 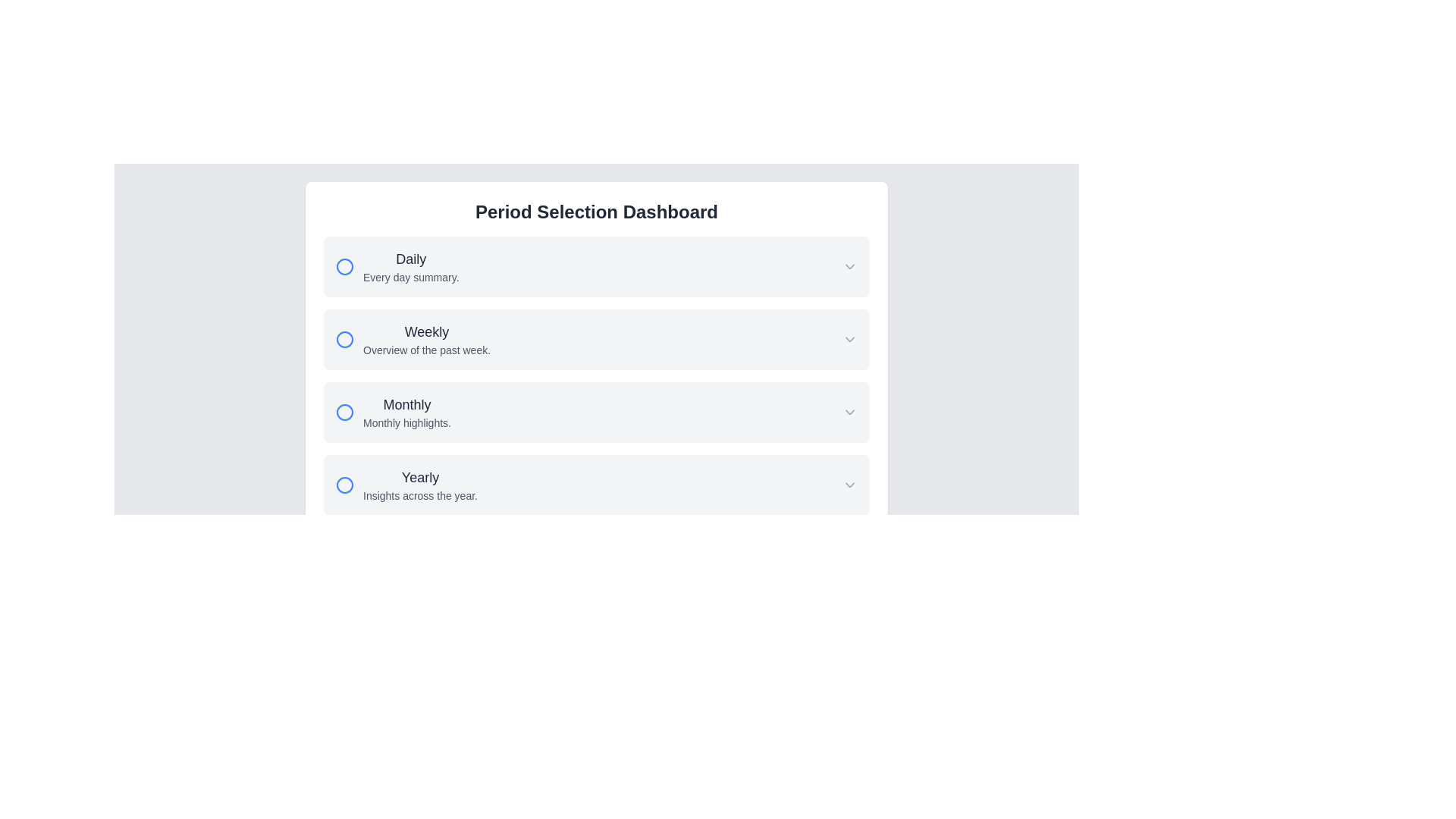 What do you see at coordinates (420, 496) in the screenshot?
I see `the text label that provides additional information for the 'Yearly' selection option, located at the bottom of the 'Period Selection Dashboard' list` at bounding box center [420, 496].